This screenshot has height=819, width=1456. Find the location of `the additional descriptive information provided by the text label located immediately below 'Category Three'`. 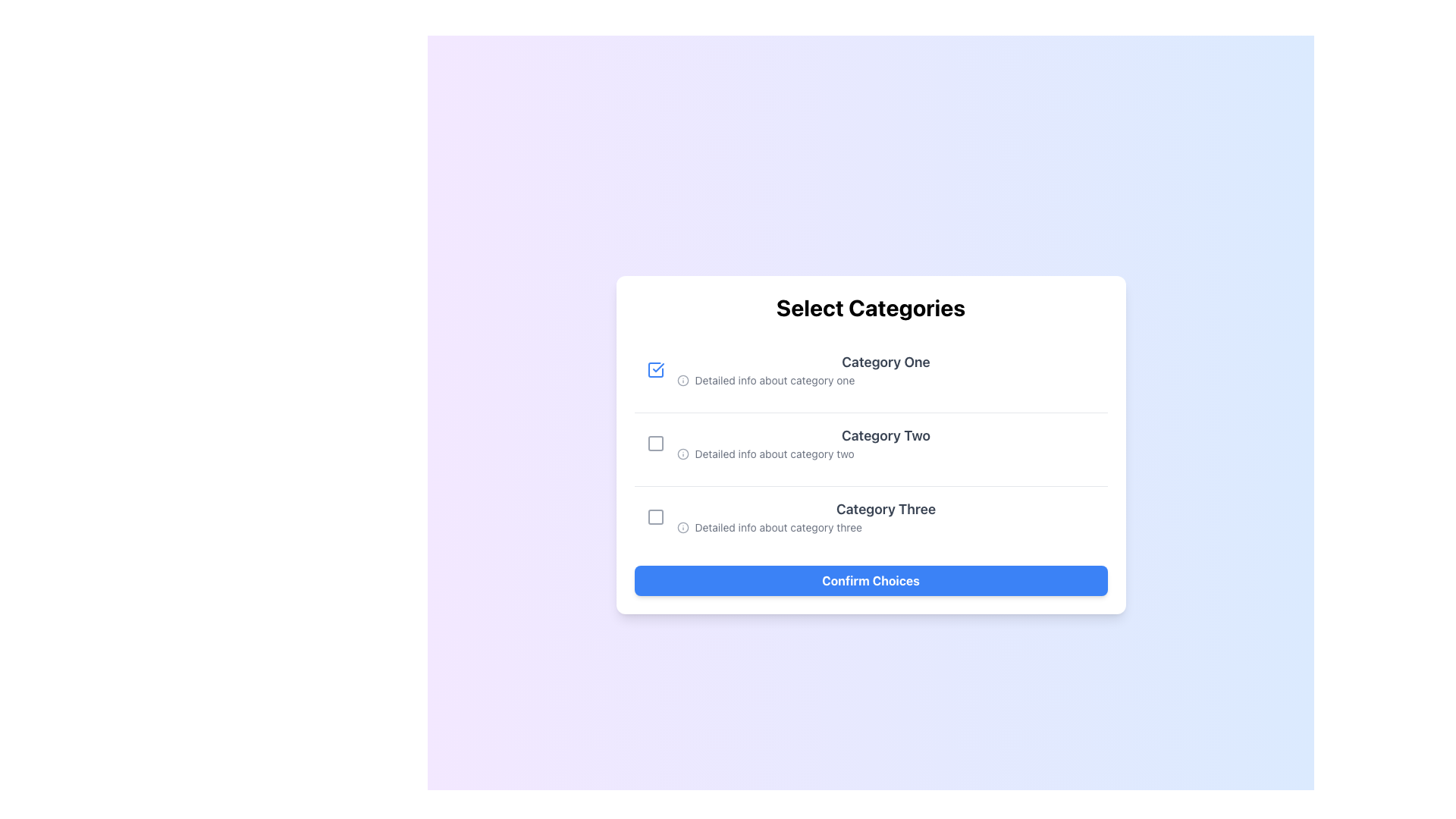

the additional descriptive information provided by the text label located immediately below 'Category Three' is located at coordinates (886, 526).